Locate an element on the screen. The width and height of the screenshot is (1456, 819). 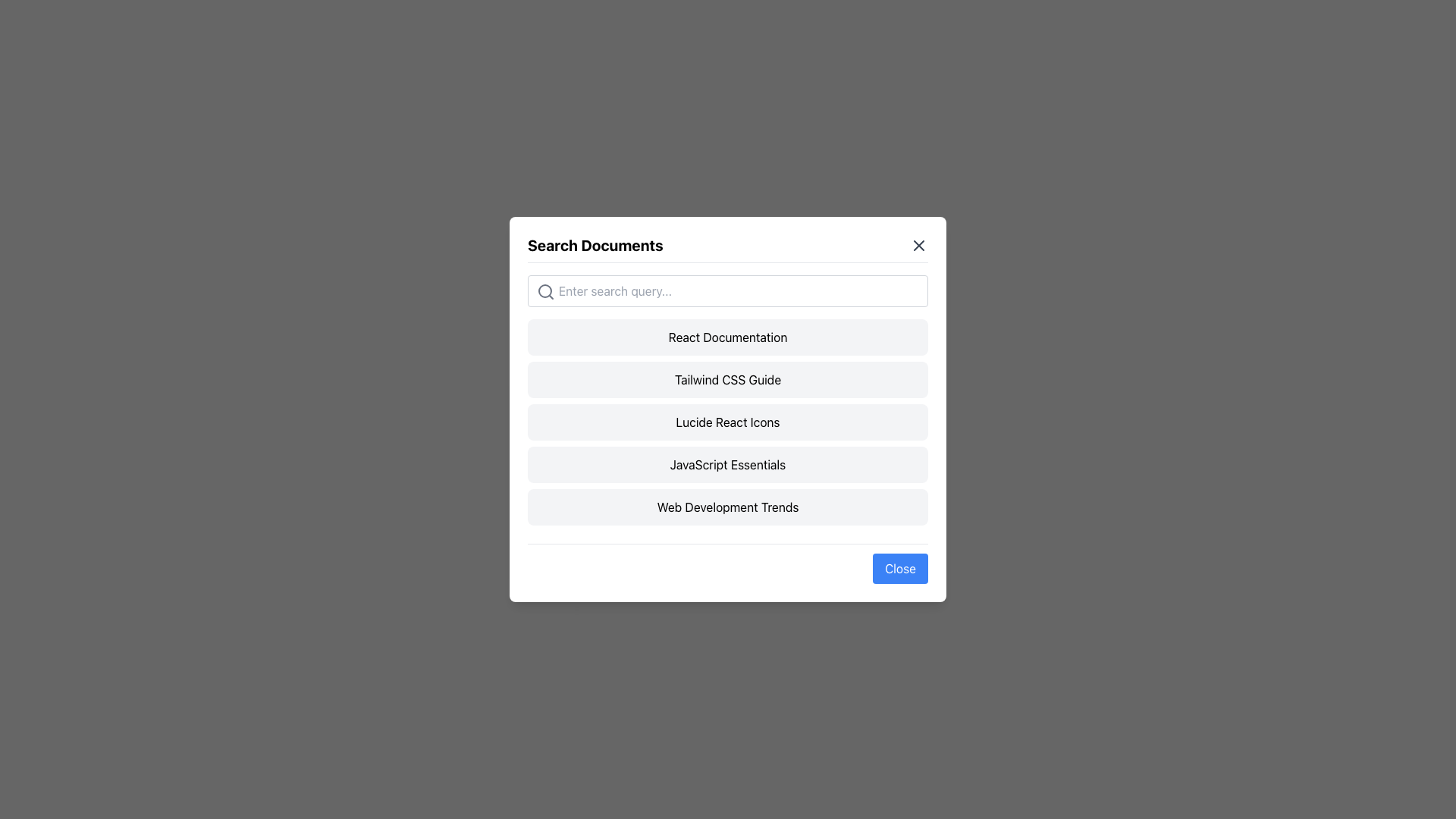
SVG structure of the close icon located in the top-right corner of the 'Search Documents' modal dialog is located at coordinates (918, 245).